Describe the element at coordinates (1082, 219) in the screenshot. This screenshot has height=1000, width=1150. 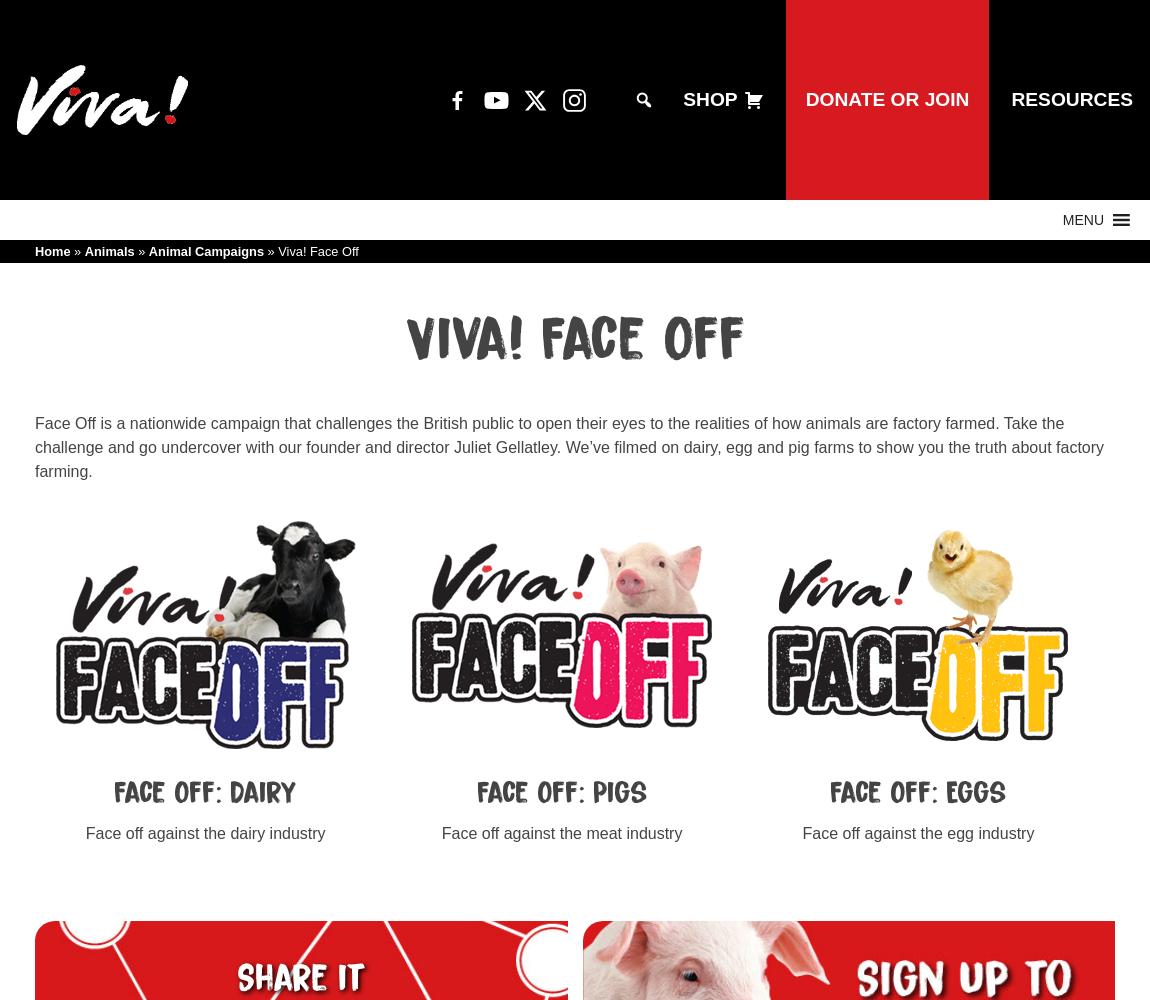
I see `'MENU'` at that location.